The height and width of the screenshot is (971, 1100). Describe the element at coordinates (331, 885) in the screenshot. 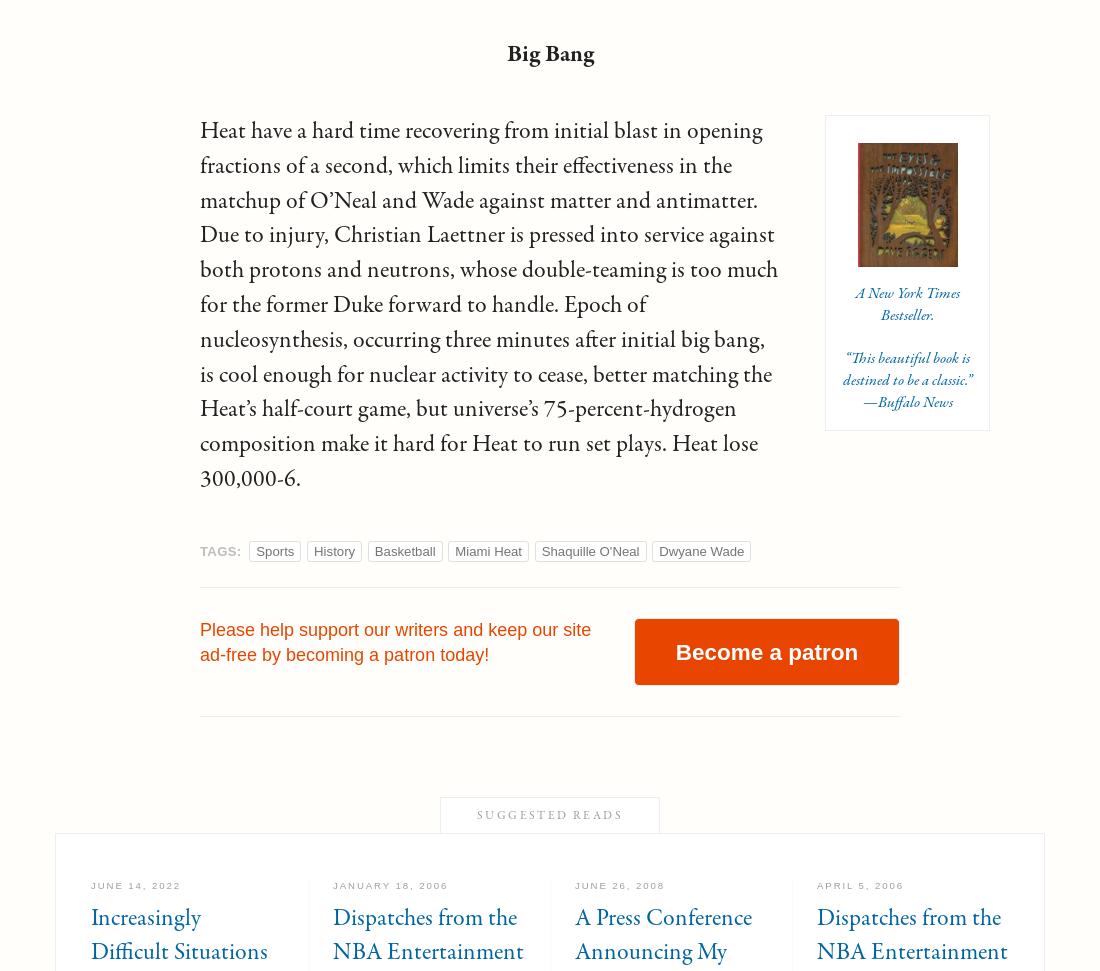

I see `'January 18, 2006'` at that location.